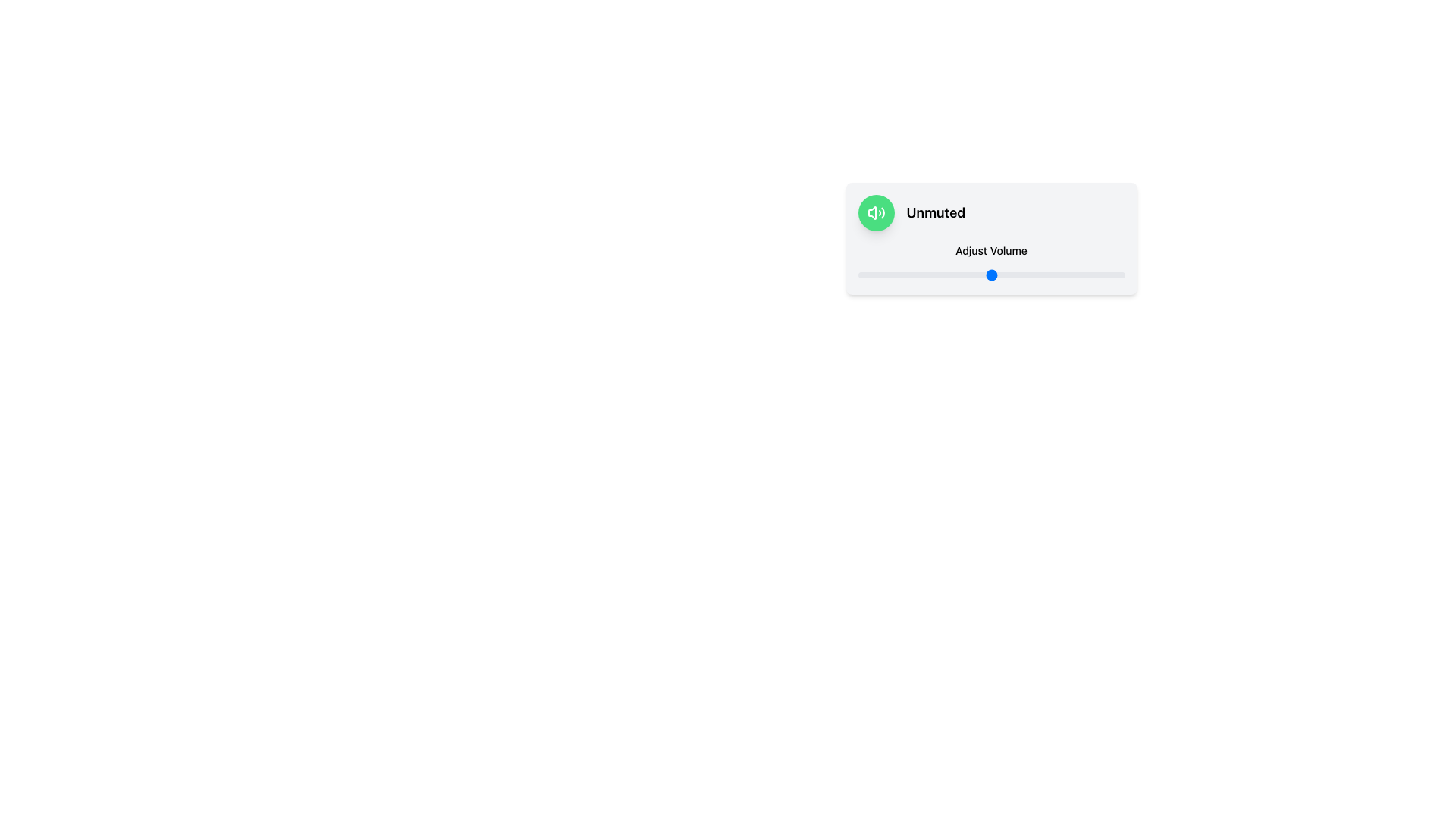 This screenshot has width=1456, height=819. I want to click on the volume, so click(977, 275).